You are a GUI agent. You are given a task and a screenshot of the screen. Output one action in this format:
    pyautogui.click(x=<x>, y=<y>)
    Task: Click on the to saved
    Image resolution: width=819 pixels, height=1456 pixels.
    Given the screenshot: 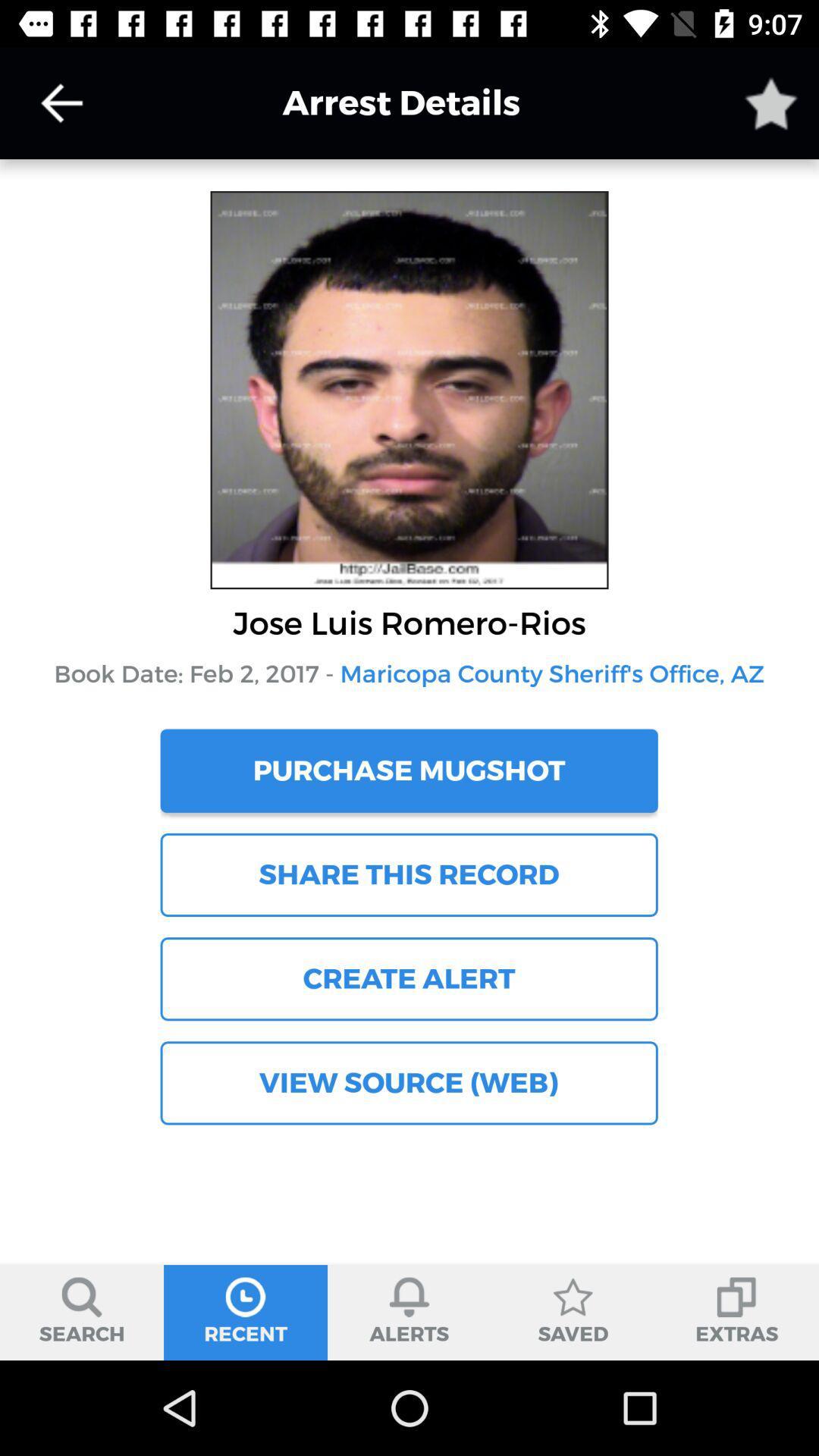 What is the action you would take?
    pyautogui.click(x=771, y=102)
    